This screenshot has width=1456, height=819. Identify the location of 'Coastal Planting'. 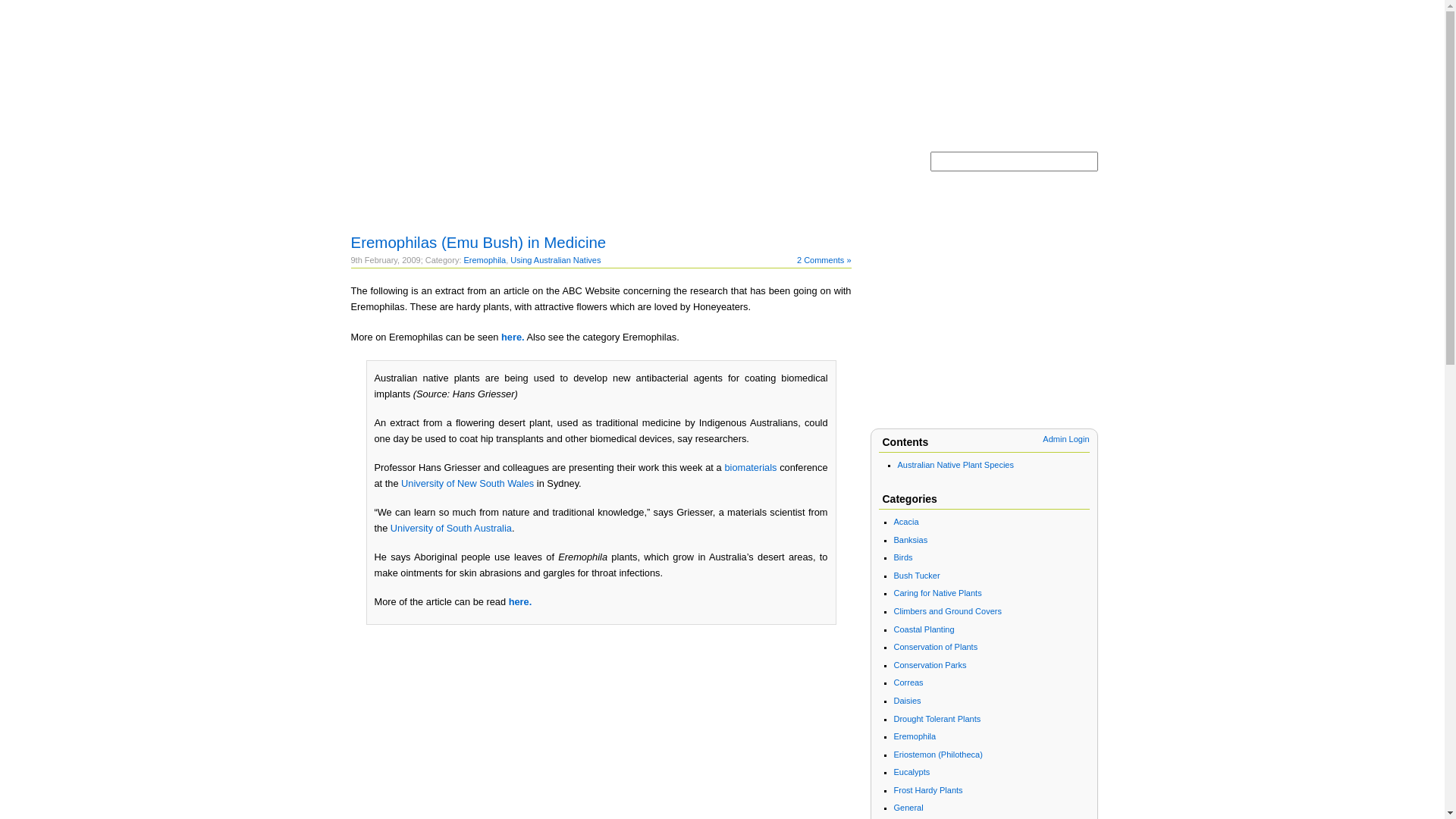
(923, 629).